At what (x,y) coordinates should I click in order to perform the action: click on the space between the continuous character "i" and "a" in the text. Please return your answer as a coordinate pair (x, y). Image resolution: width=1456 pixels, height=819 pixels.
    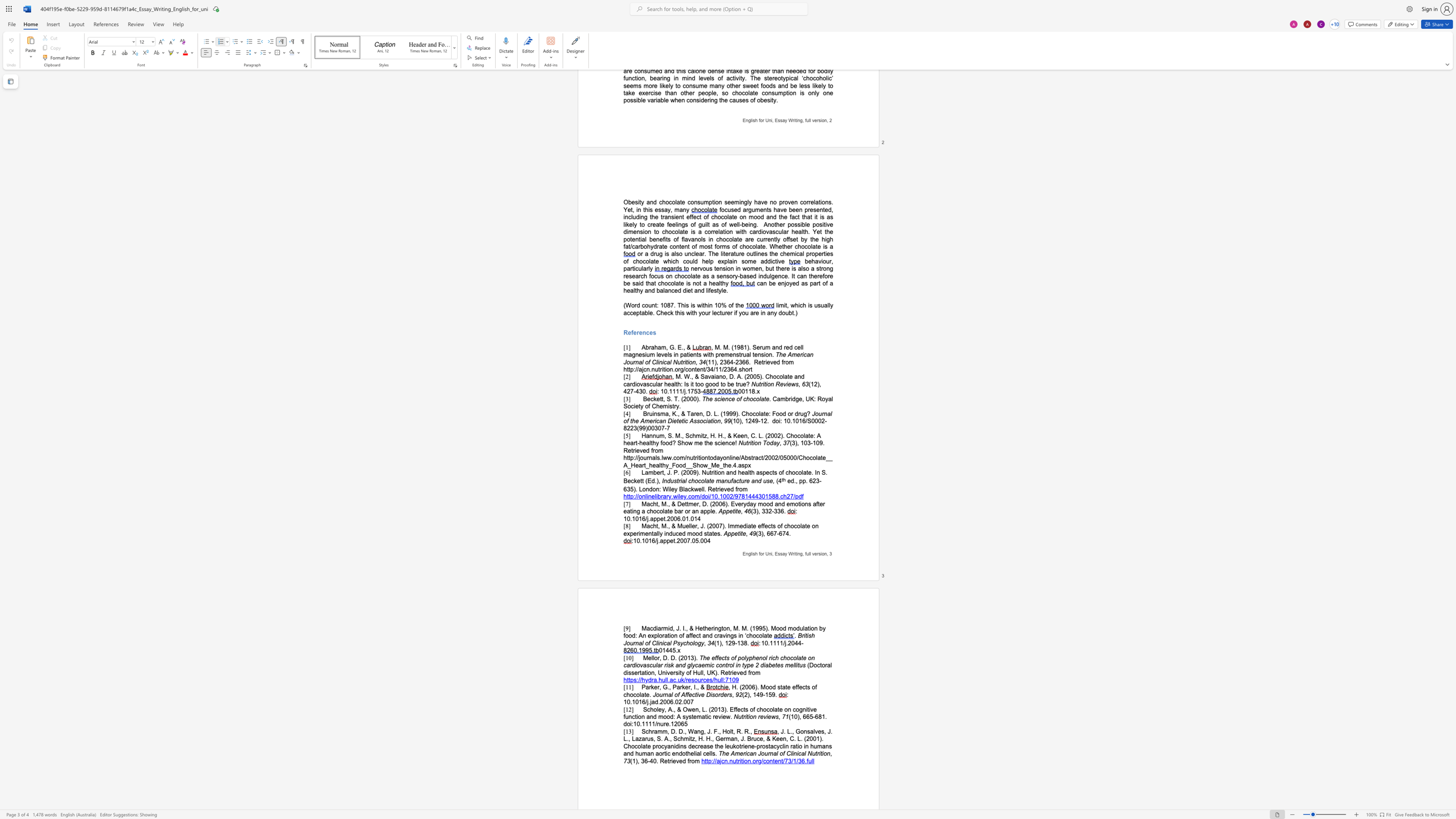
    Looking at the image, I should click on (658, 629).